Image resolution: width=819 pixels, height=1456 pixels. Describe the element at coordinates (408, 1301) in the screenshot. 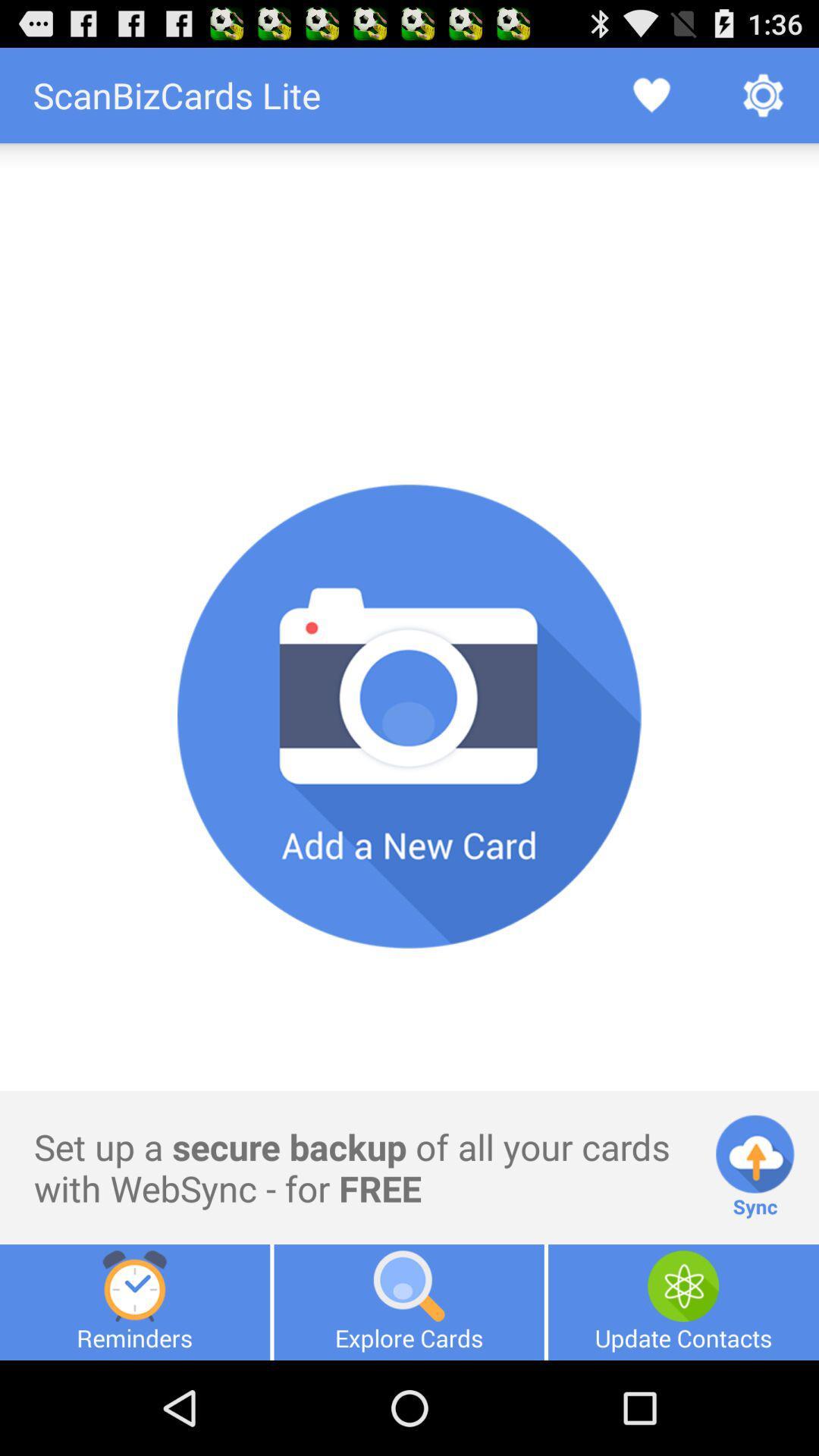

I see `the item next to update contacts` at that location.